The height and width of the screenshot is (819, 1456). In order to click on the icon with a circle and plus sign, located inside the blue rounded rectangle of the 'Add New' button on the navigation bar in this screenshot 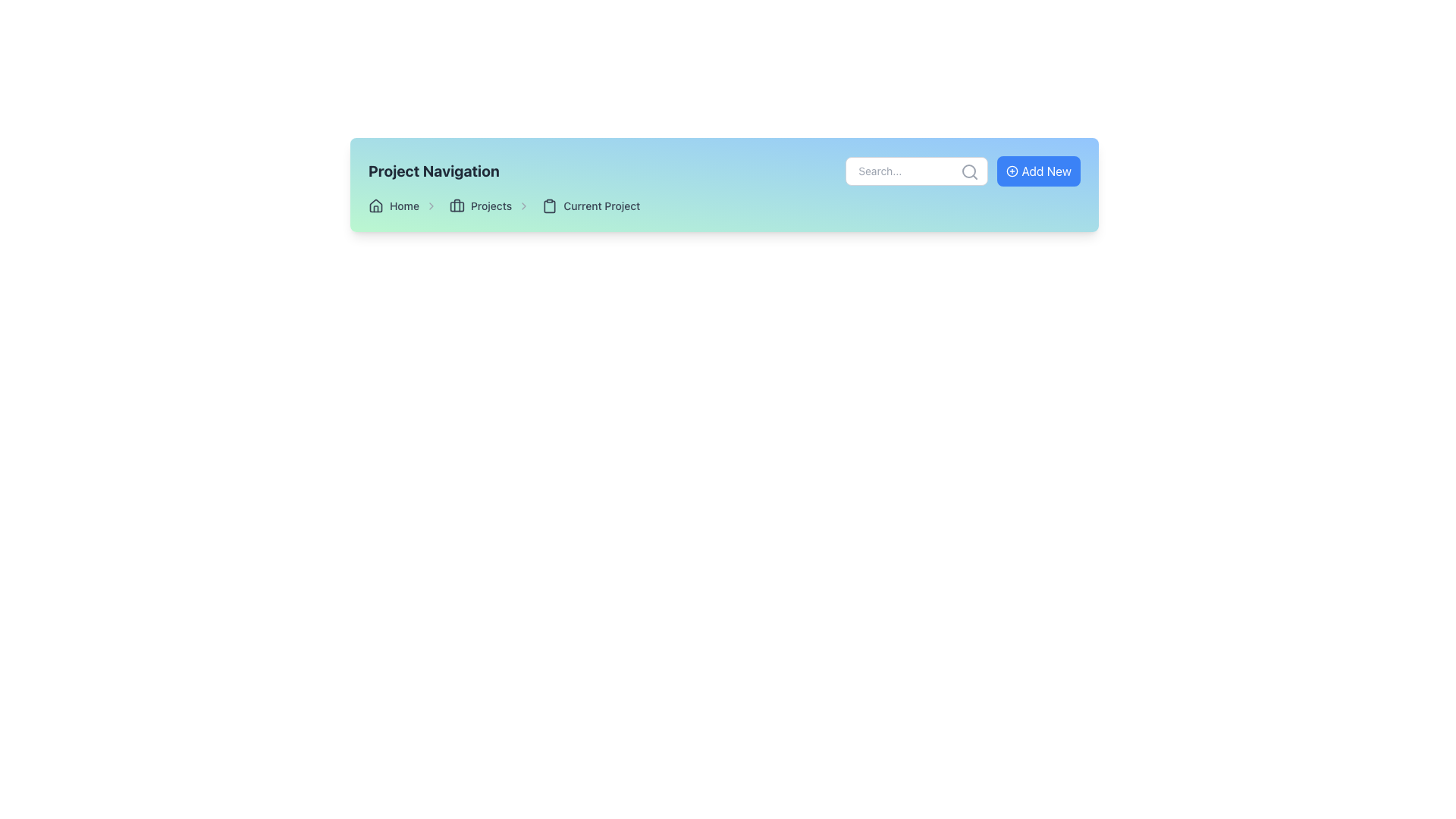, I will do `click(1012, 171)`.